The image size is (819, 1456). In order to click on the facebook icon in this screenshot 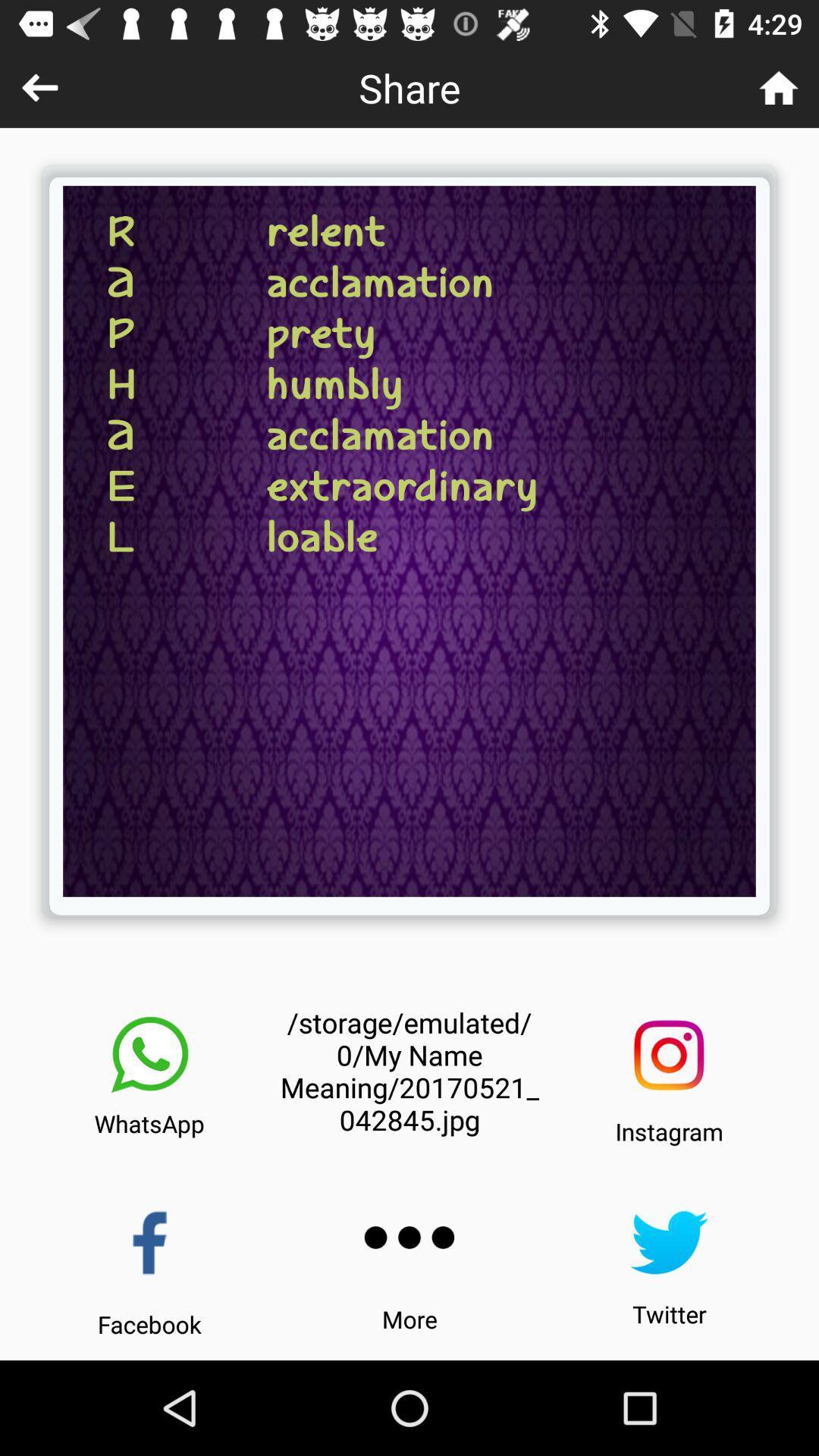, I will do `click(149, 1243)`.